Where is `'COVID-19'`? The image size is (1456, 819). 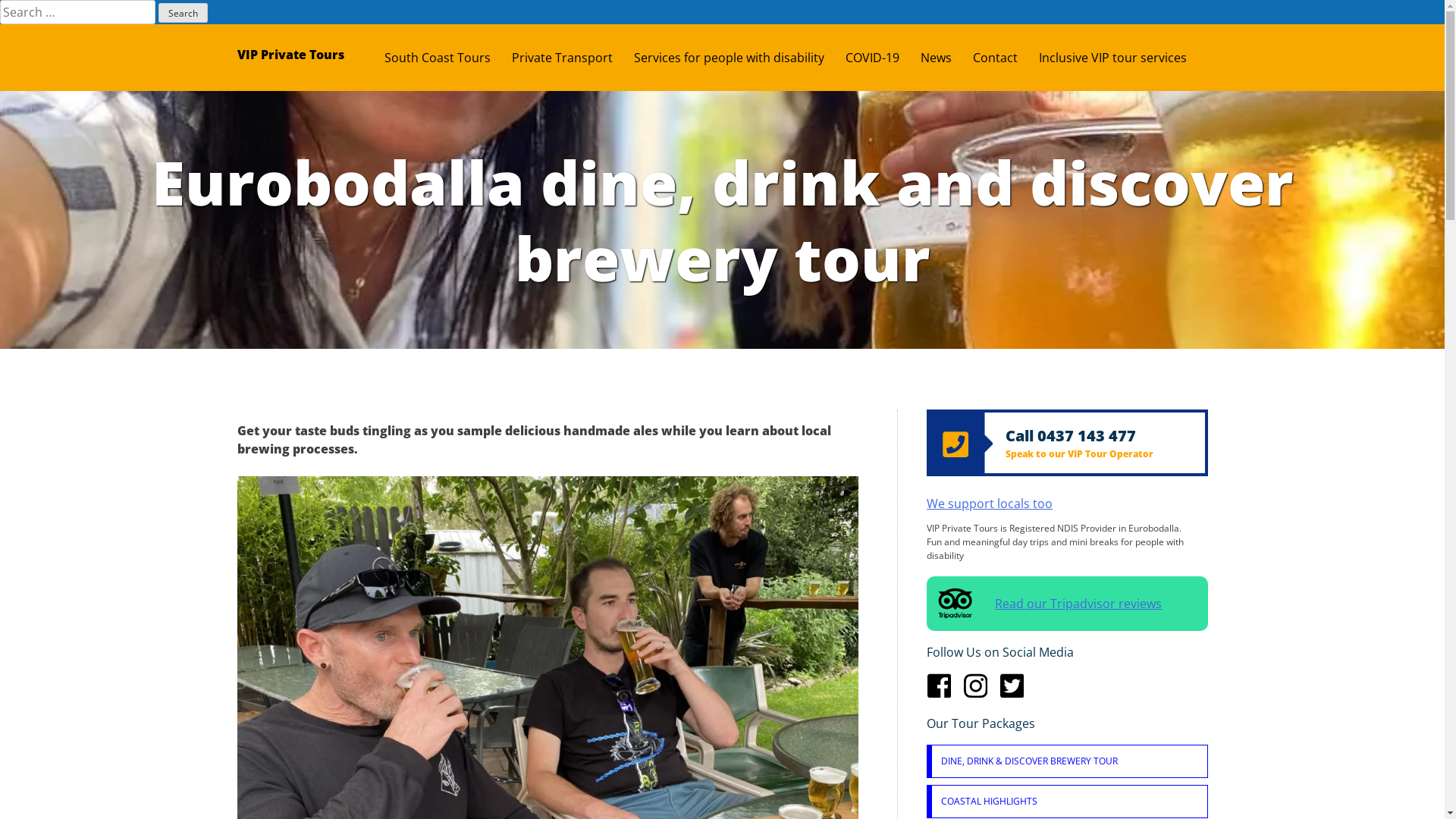
'COVID-19' is located at coordinates (882, 57).